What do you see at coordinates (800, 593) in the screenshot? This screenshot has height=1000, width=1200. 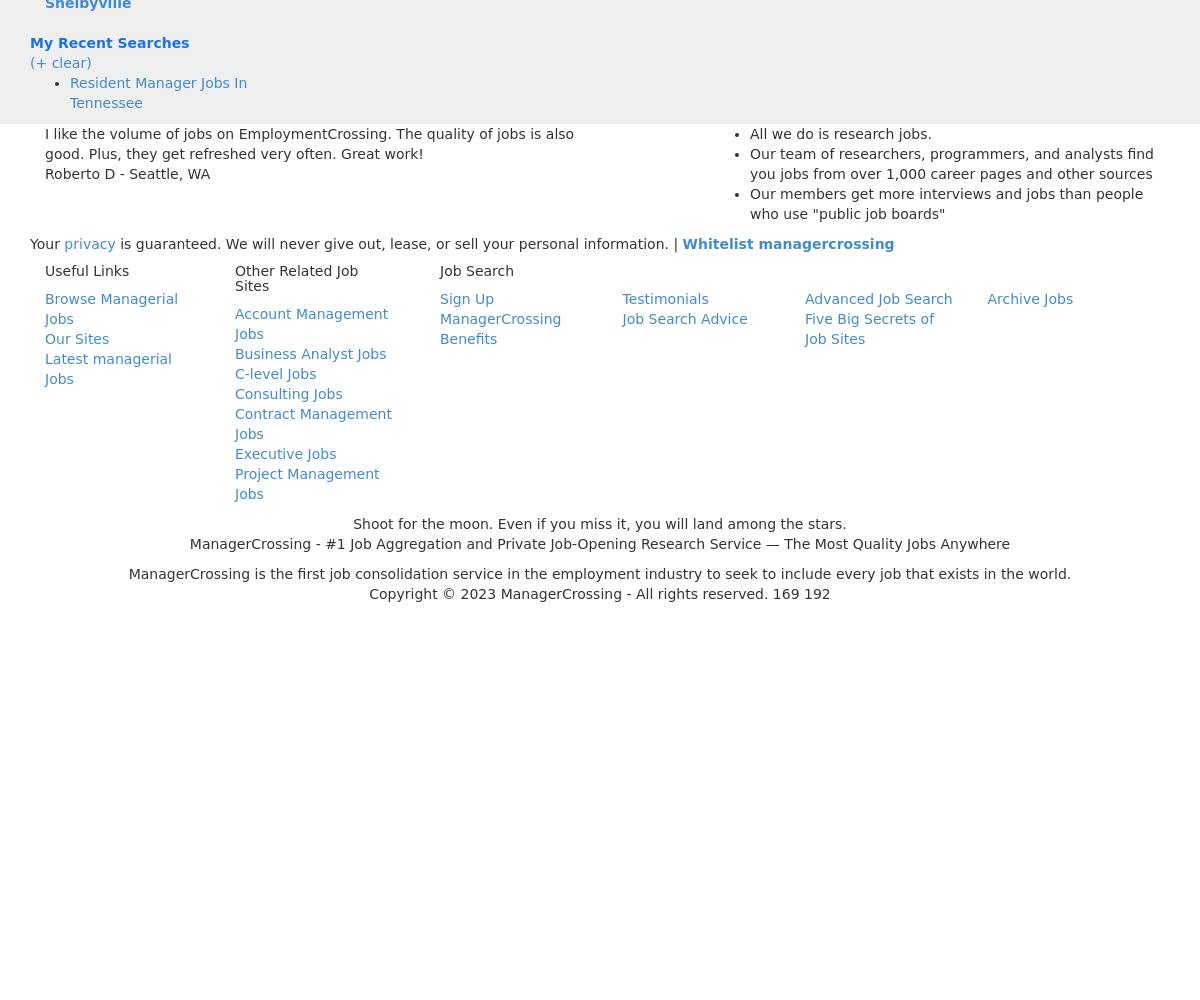 I see `'169 192'` at bounding box center [800, 593].